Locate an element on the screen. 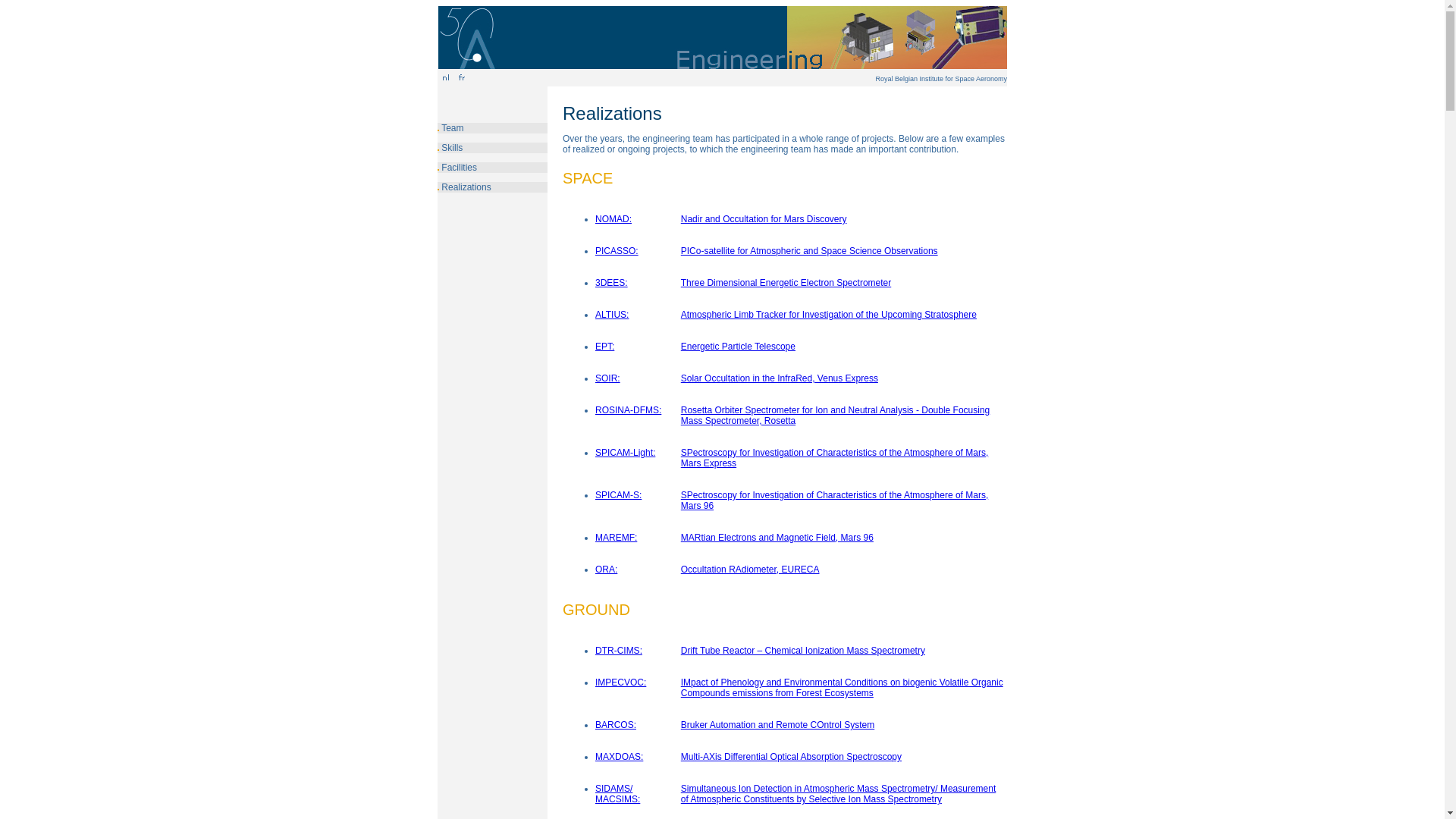 This screenshot has width=1456, height=819. 'IMPECVOC:' is located at coordinates (620, 681).